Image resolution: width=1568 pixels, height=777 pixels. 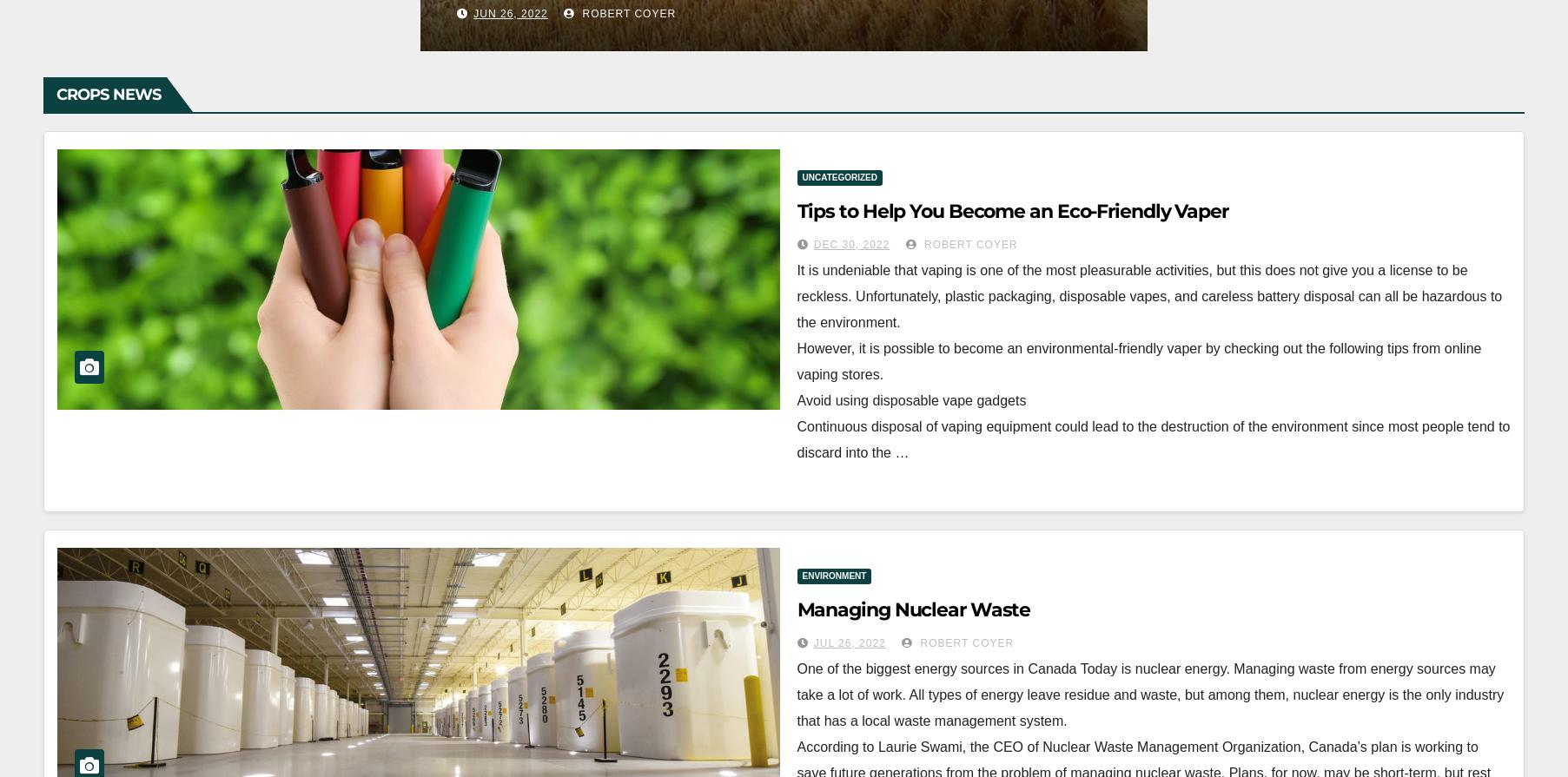 What do you see at coordinates (796, 360) in the screenshot?
I see `'However, it is possible to become an environmental-friendly vaper by checking out the following tips from online vaping stores.'` at bounding box center [796, 360].